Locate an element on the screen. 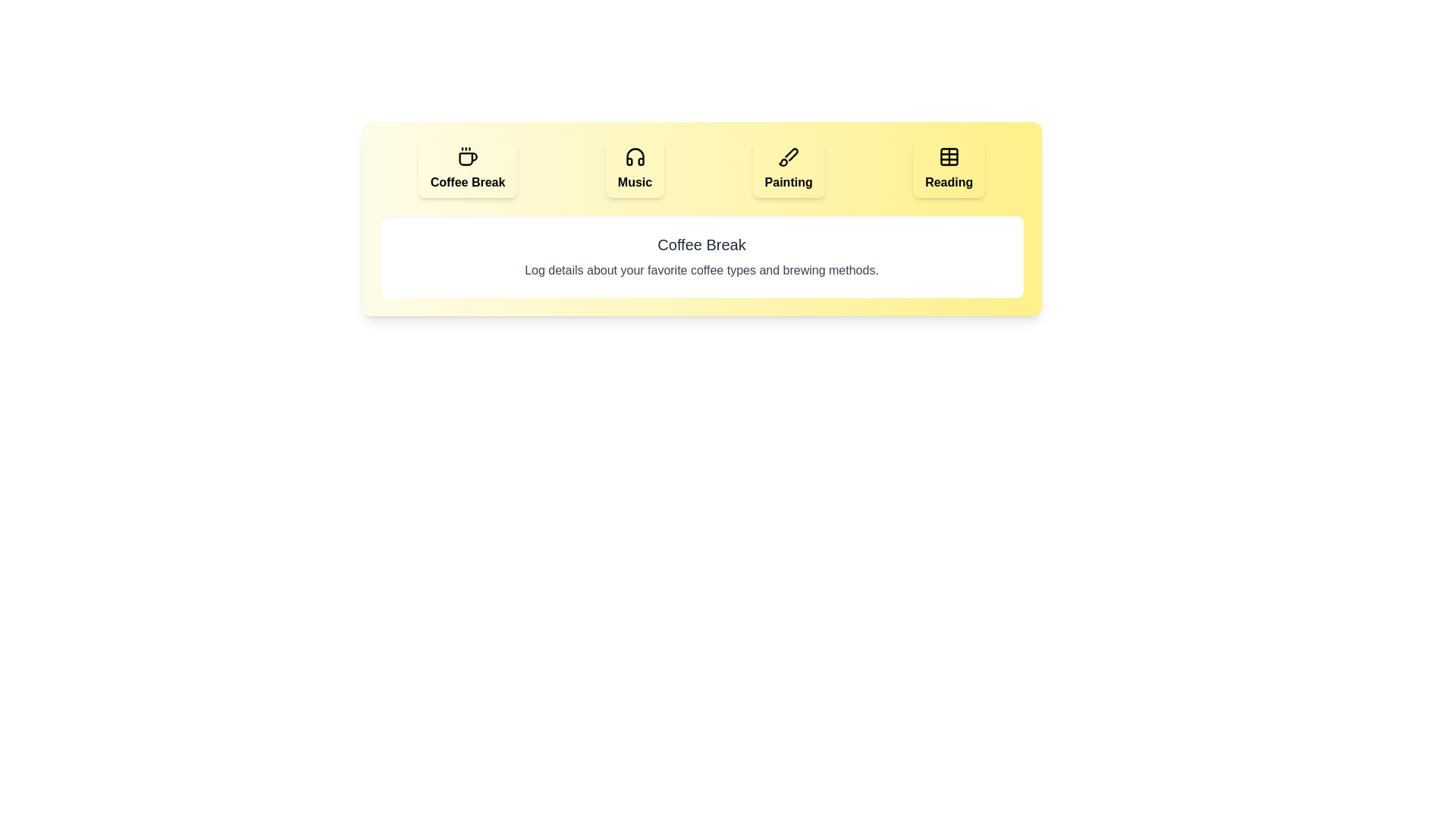 The height and width of the screenshot is (819, 1456). 'Painting' text label, which is styled in bold font and positioned below a brush icon within a button-like component is located at coordinates (789, 181).